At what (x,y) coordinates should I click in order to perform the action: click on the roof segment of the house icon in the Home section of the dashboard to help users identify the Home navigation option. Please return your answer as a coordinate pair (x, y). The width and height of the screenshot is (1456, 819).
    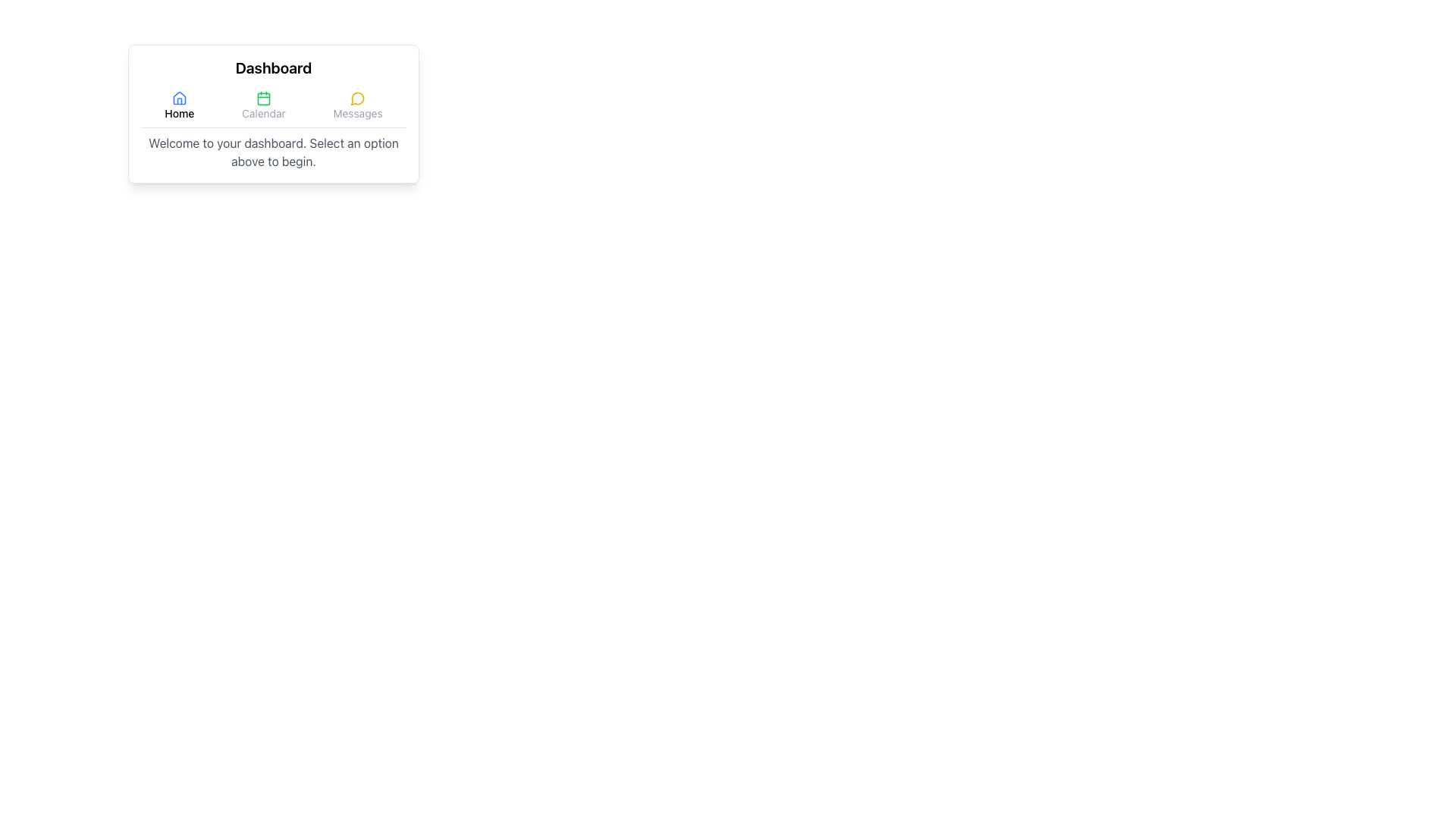
    Looking at the image, I should click on (179, 98).